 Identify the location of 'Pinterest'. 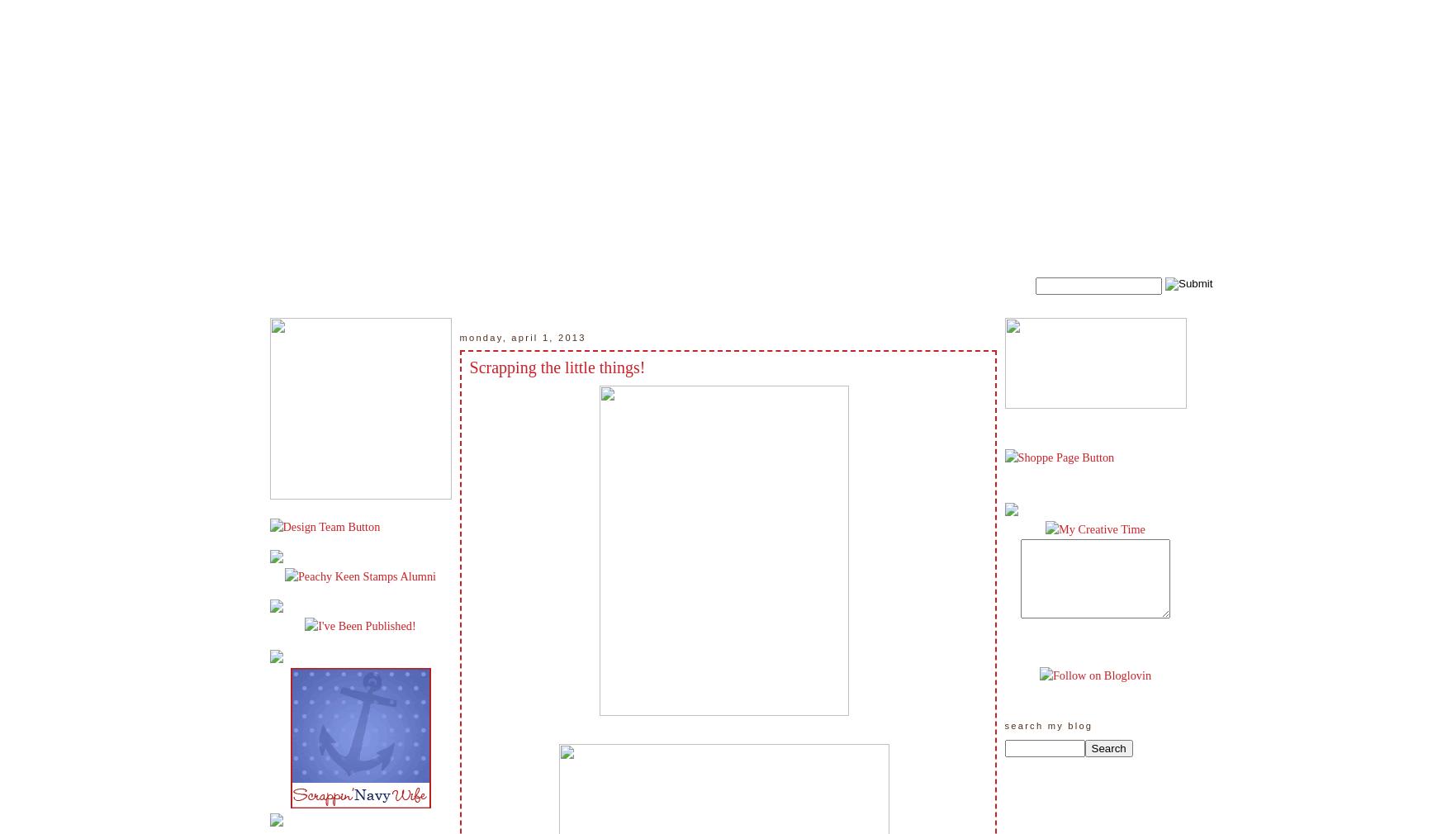
(1040, 8).